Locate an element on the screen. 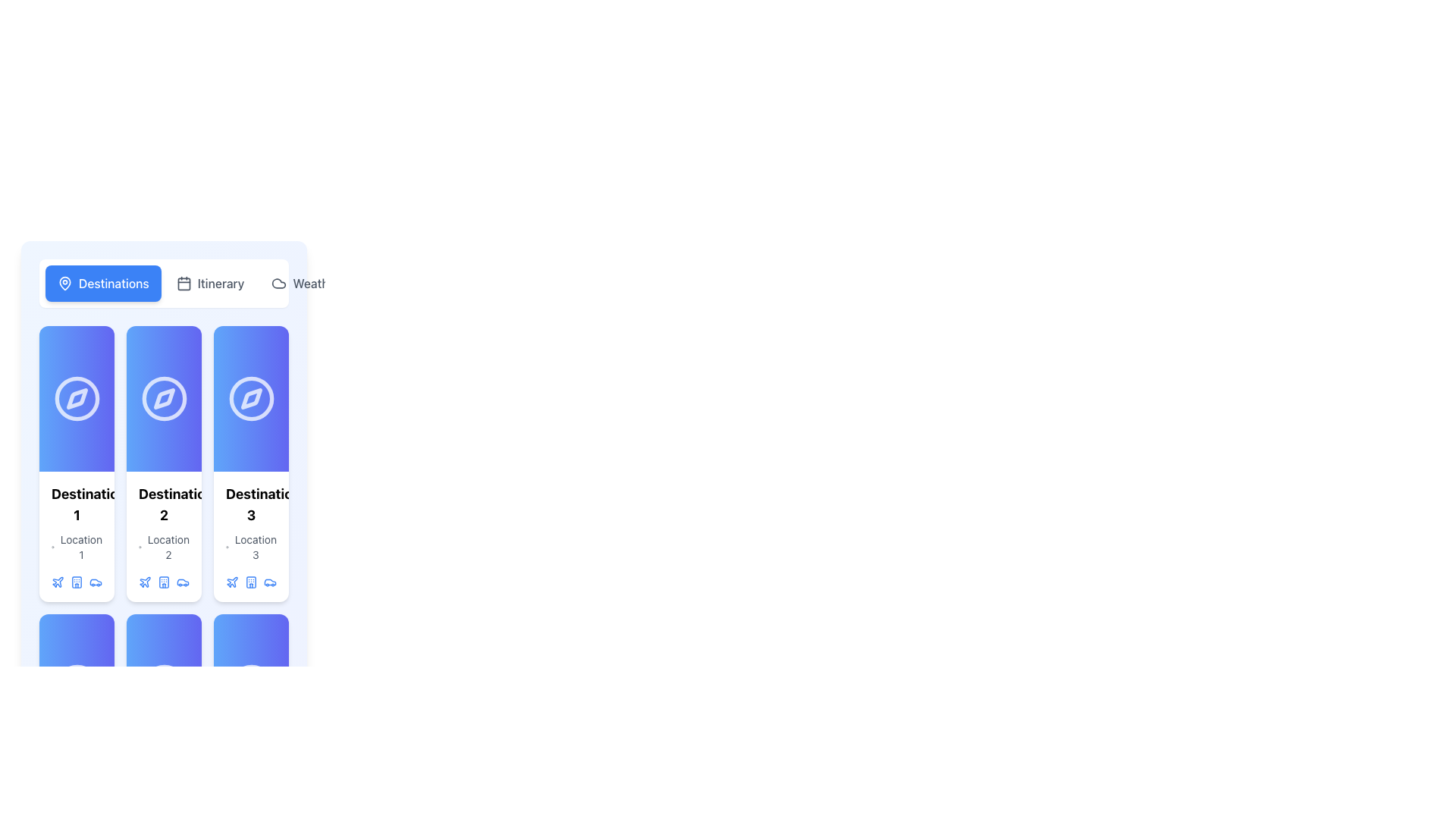  the car icon located in the second card below the label 'Destination 2, Location 2' is located at coordinates (182, 581).